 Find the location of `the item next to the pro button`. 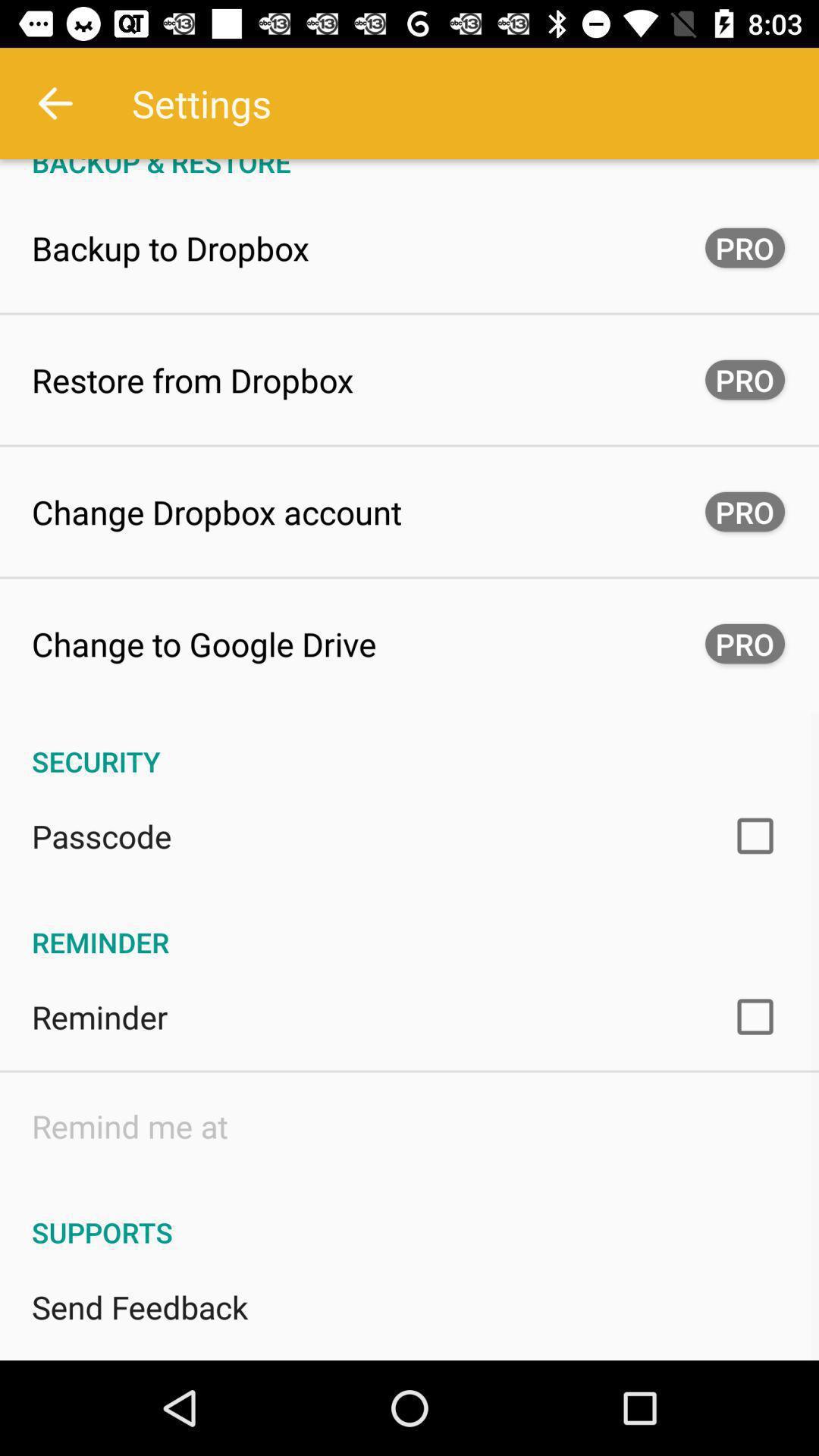

the item next to the pro button is located at coordinates (217, 512).